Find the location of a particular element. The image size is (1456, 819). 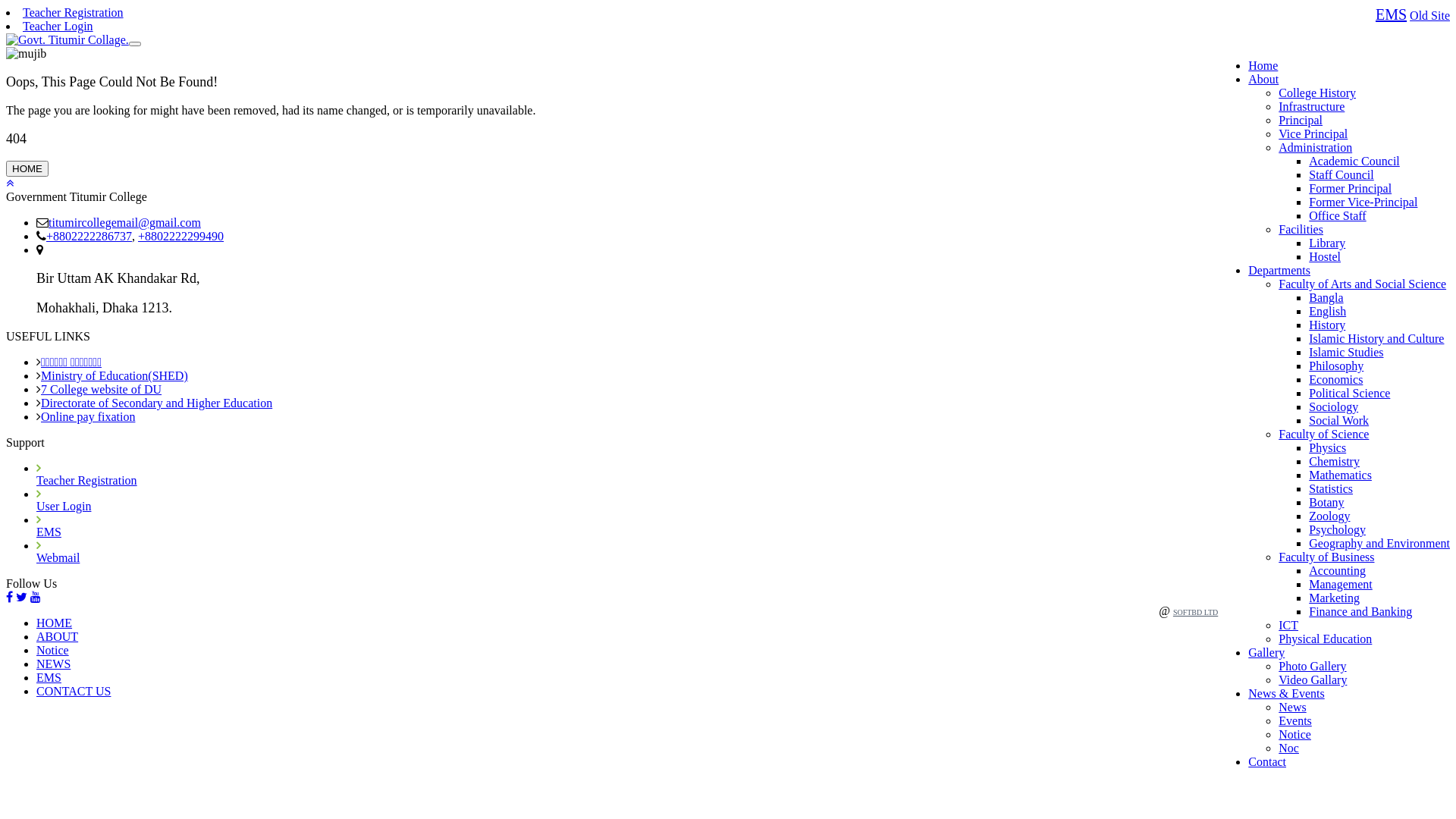

'Webmail' is located at coordinates (58, 557).